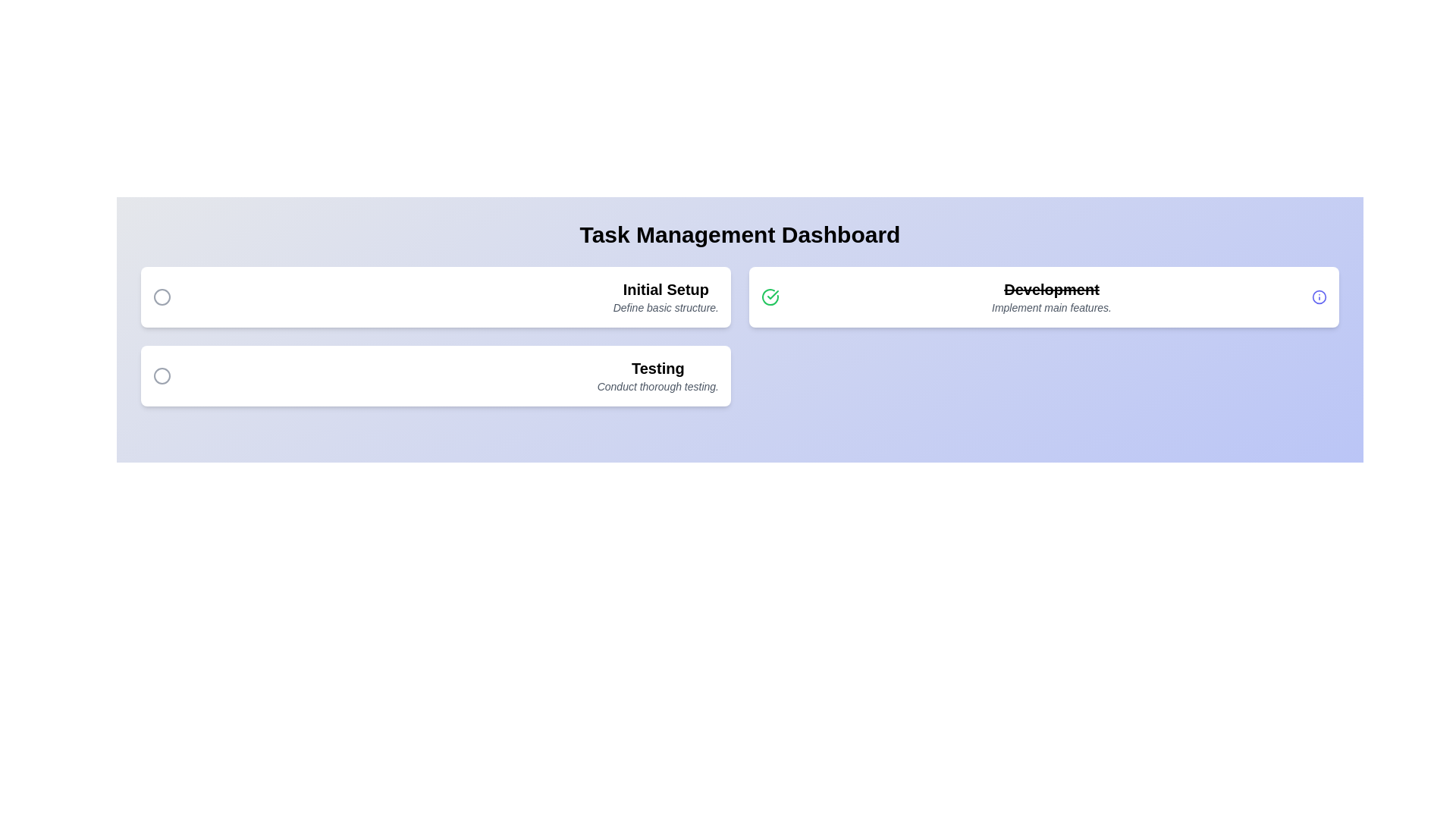 This screenshot has width=1456, height=819. Describe the element at coordinates (162, 375) in the screenshot. I see `the toggle button for task 3` at that location.